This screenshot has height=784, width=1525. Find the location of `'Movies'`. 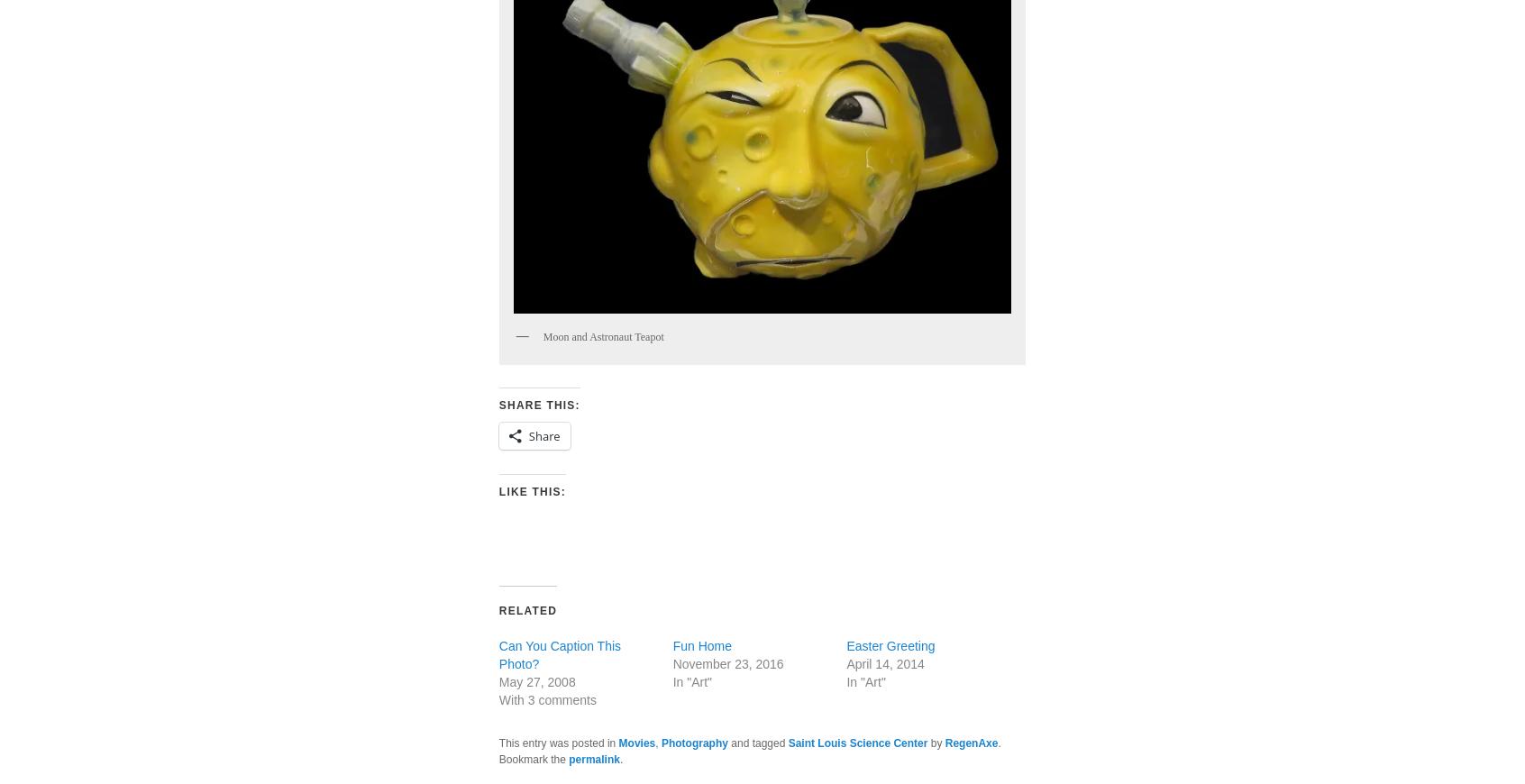

'Movies' is located at coordinates (617, 742).